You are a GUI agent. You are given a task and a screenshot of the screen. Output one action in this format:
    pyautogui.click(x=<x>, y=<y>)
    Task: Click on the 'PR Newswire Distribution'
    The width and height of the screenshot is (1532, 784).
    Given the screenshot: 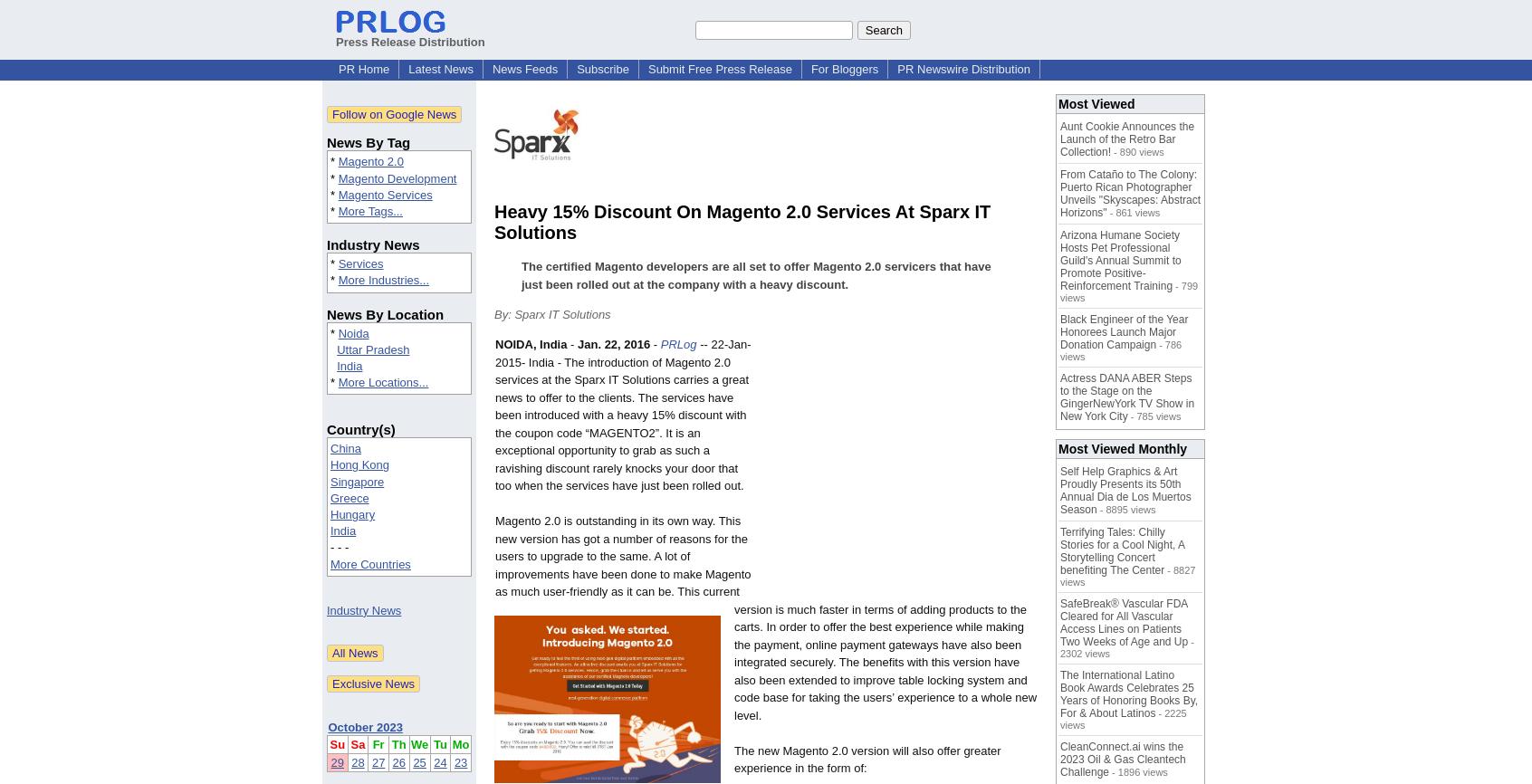 What is the action you would take?
    pyautogui.click(x=963, y=69)
    